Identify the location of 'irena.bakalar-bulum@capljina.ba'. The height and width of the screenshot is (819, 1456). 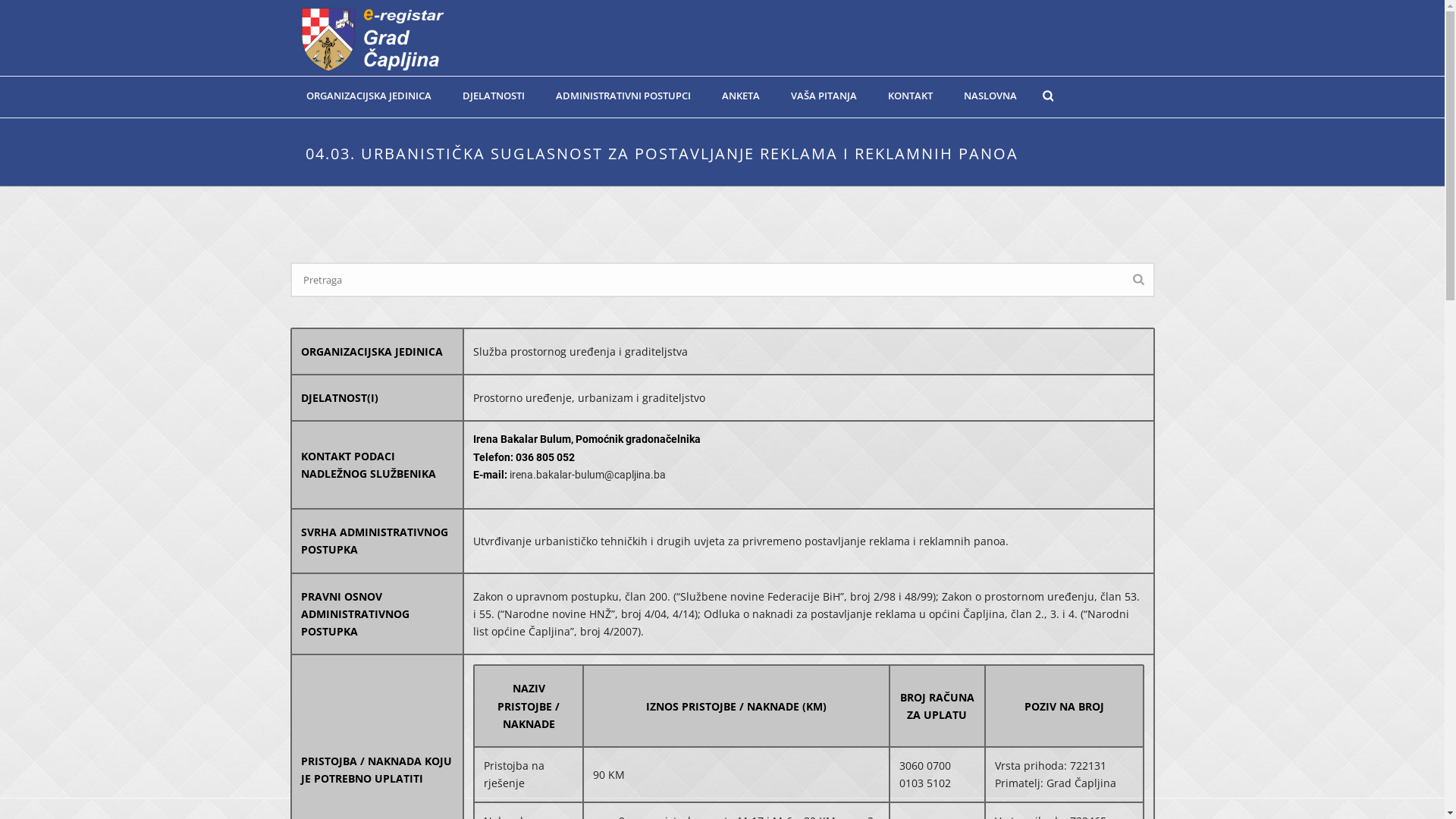
(586, 473).